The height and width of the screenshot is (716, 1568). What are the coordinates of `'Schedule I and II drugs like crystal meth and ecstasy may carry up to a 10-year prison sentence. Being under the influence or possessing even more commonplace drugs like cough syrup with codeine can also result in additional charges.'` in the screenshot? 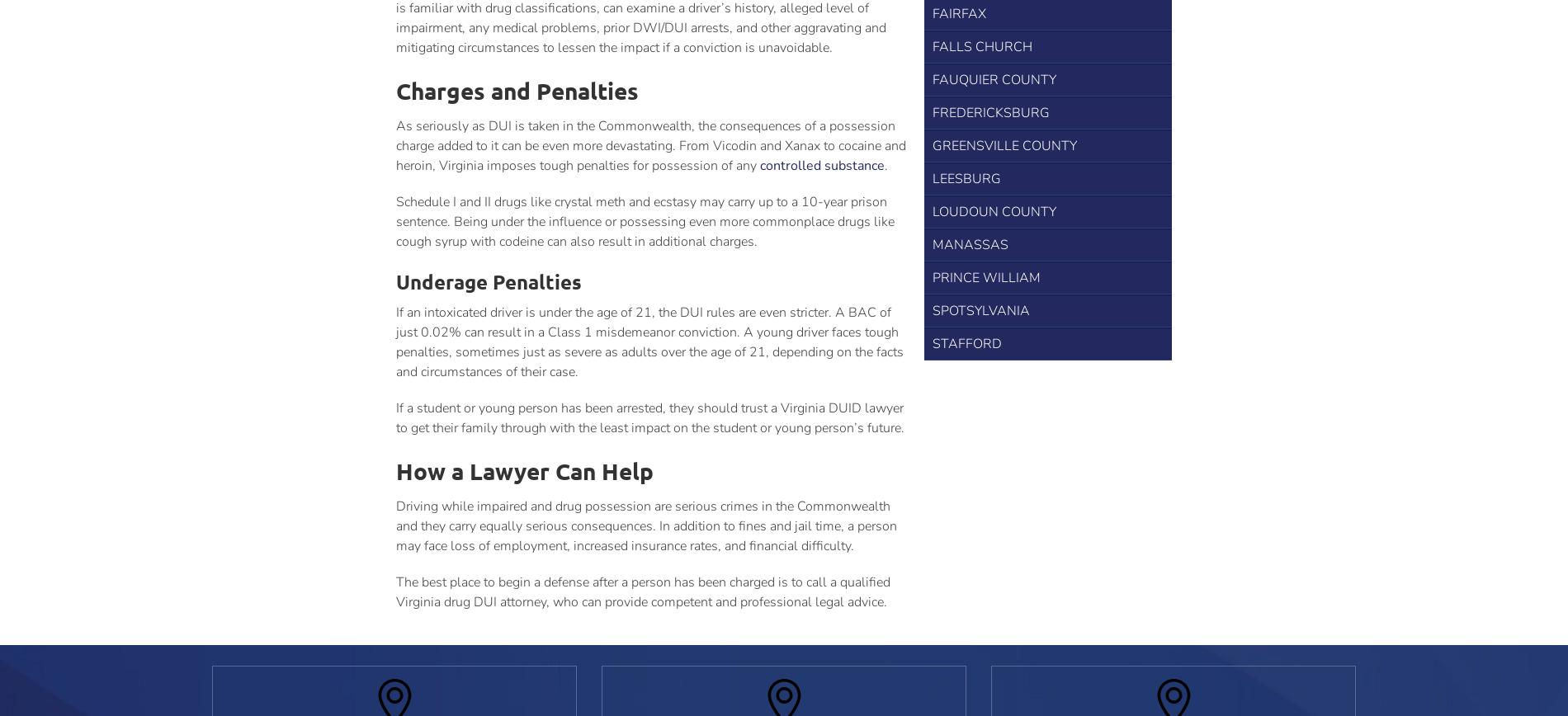 It's located at (645, 221).